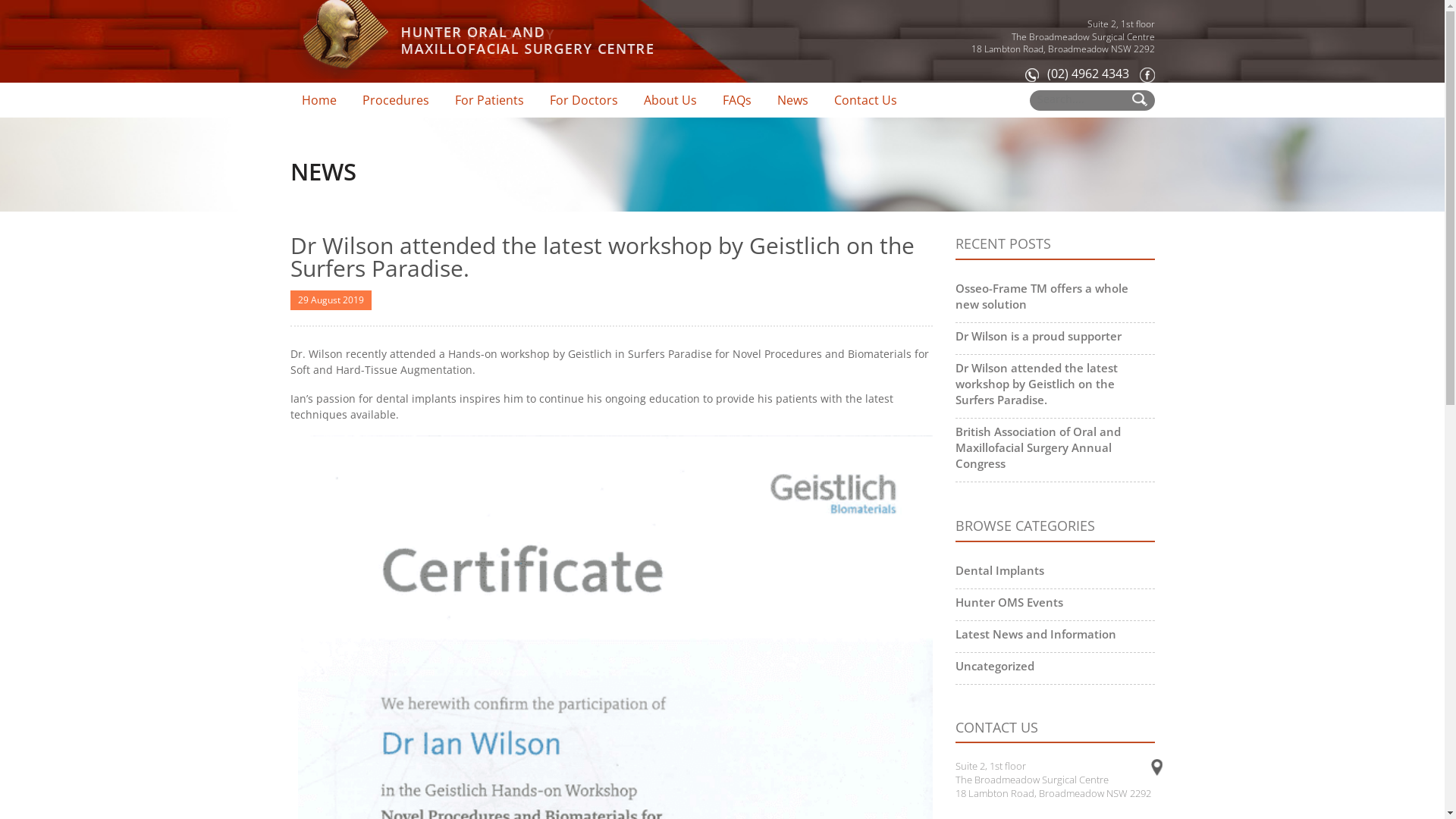  What do you see at coordinates (395, 99) in the screenshot?
I see `'Procedures'` at bounding box center [395, 99].